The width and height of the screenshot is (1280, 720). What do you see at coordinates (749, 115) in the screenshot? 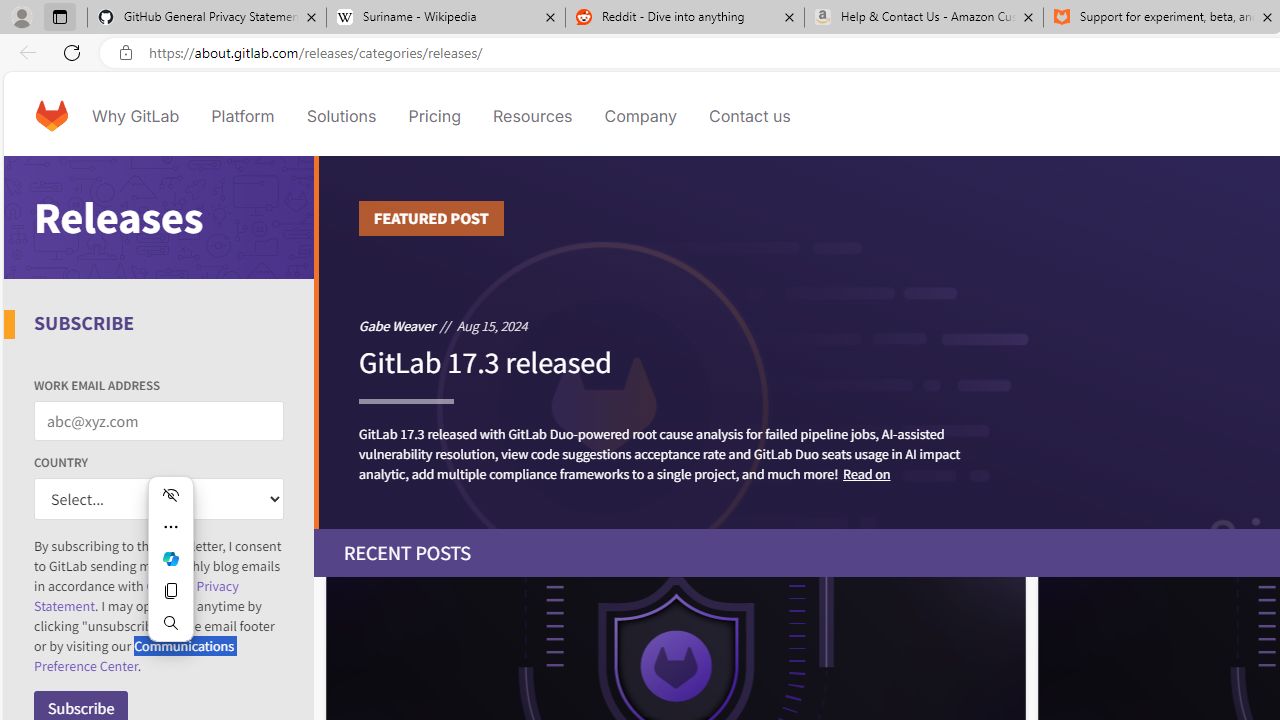
I see `'Contact us'` at bounding box center [749, 115].